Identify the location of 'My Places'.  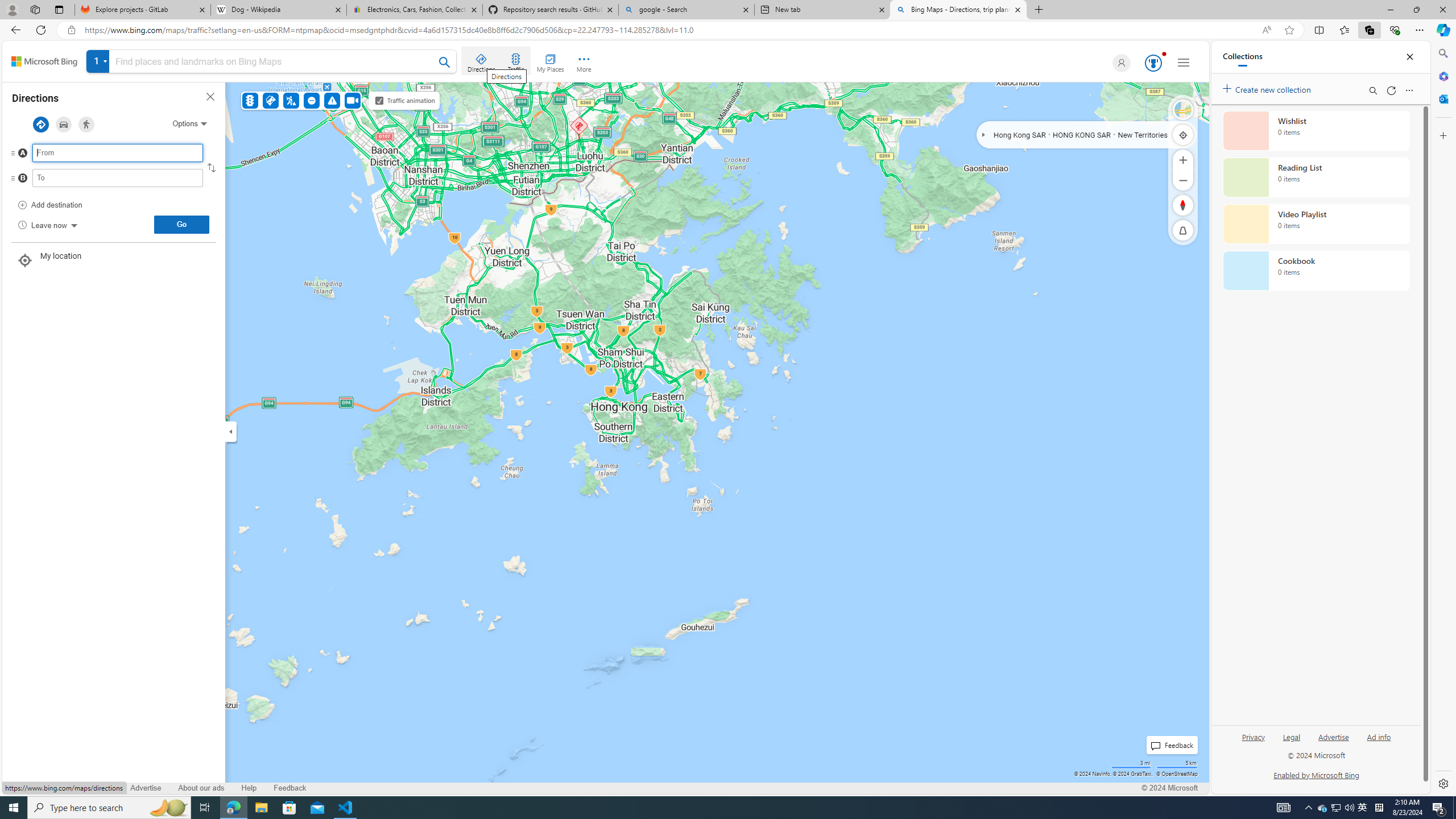
(549, 61).